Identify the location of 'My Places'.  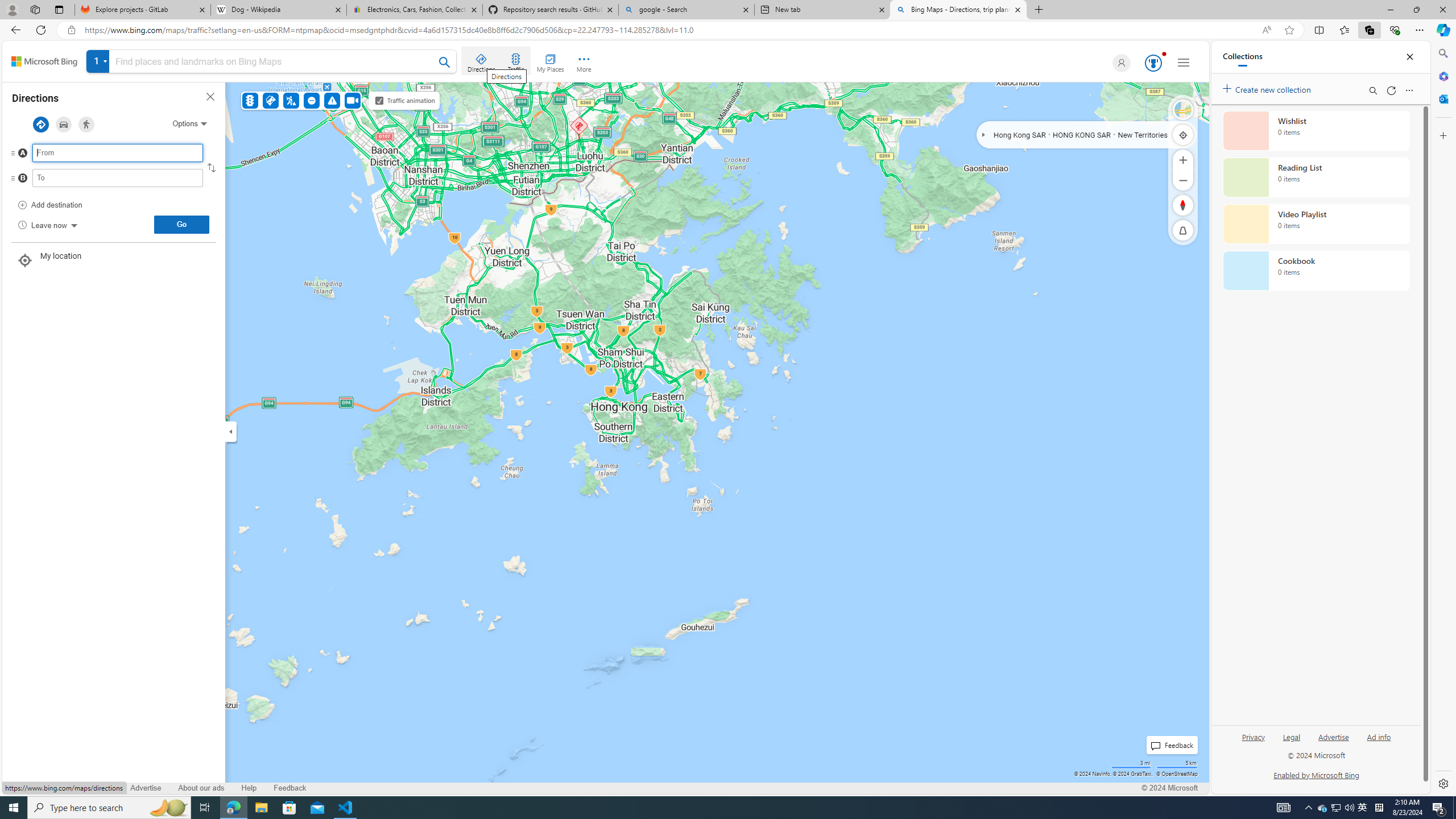
(549, 61).